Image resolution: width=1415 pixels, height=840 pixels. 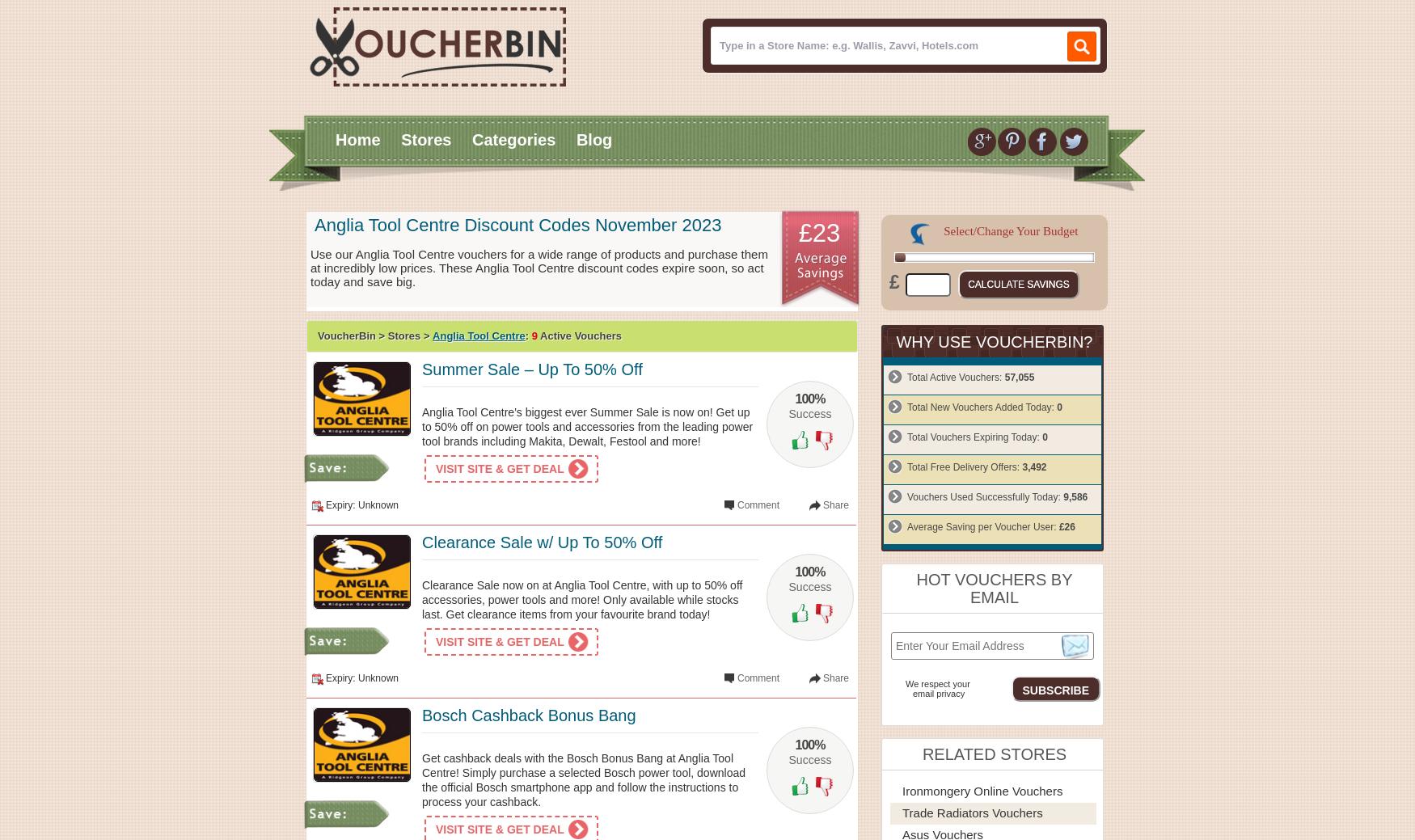 What do you see at coordinates (982, 790) in the screenshot?
I see `'Ironmongery Online Vouchers'` at bounding box center [982, 790].